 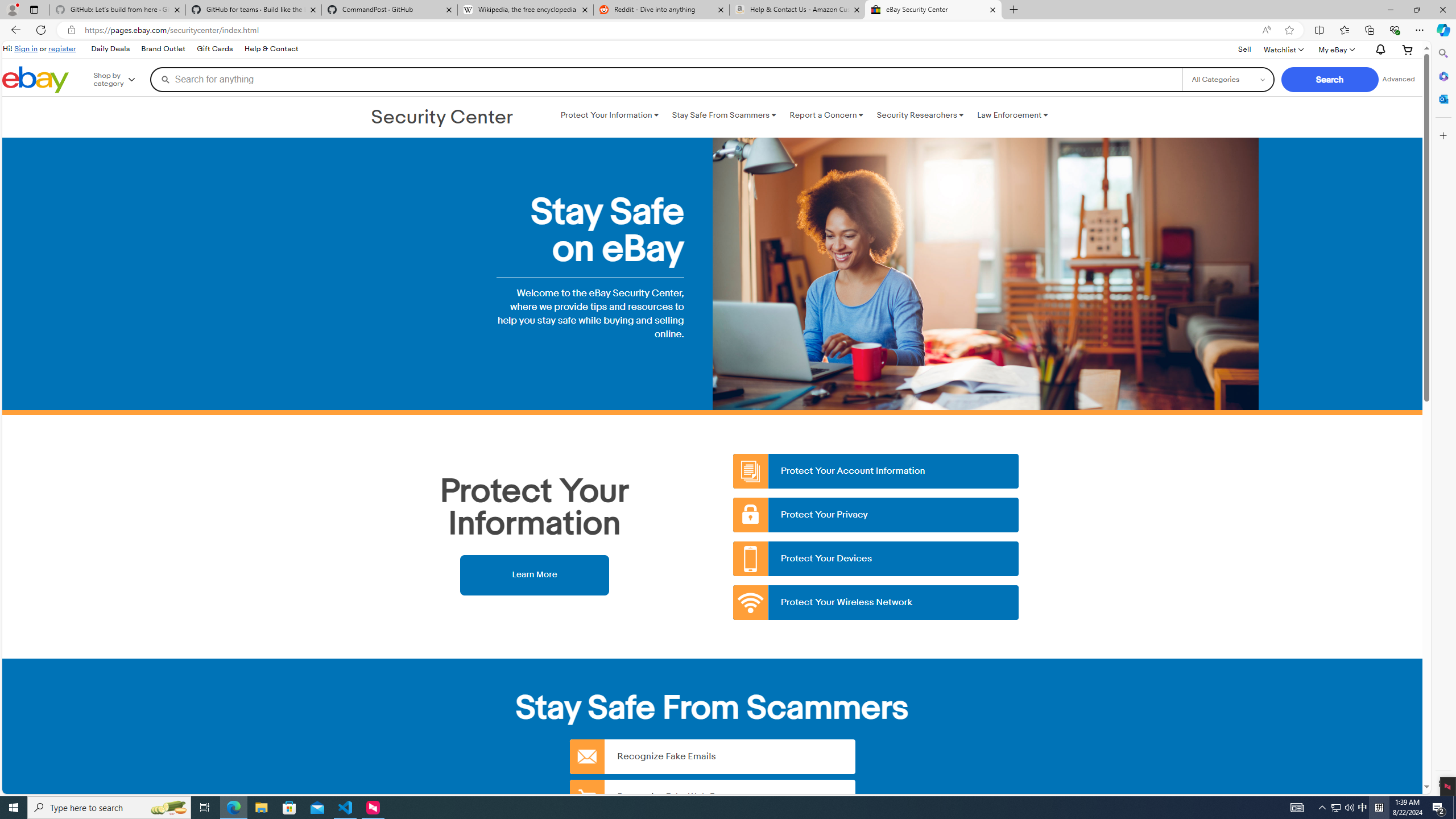 What do you see at coordinates (825, 115) in the screenshot?
I see `'Report a Concern '` at bounding box center [825, 115].